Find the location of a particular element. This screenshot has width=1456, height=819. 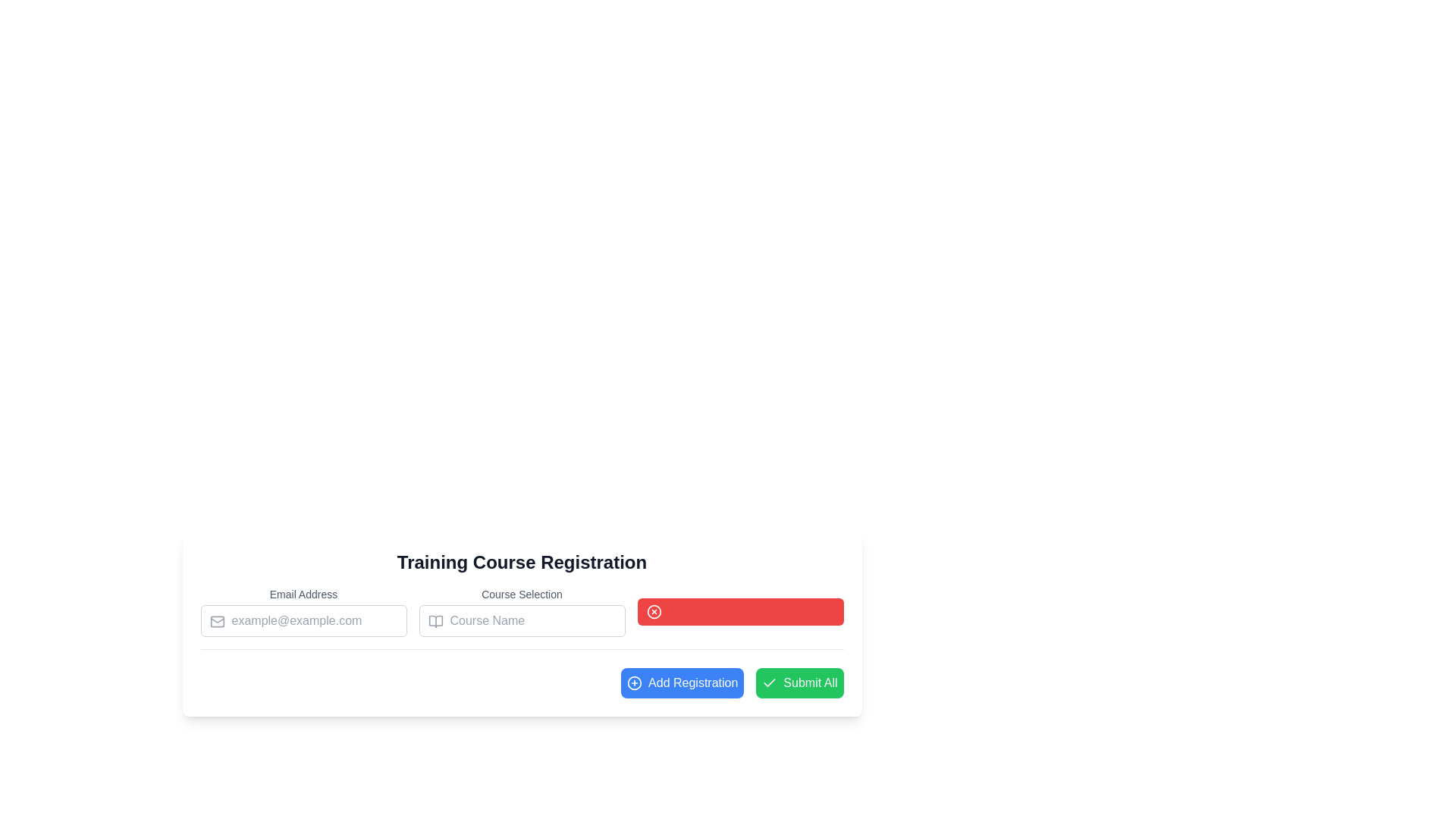

the 'Email Address' label that provides context for the email input field in the 'Training Course Registration' form is located at coordinates (303, 610).